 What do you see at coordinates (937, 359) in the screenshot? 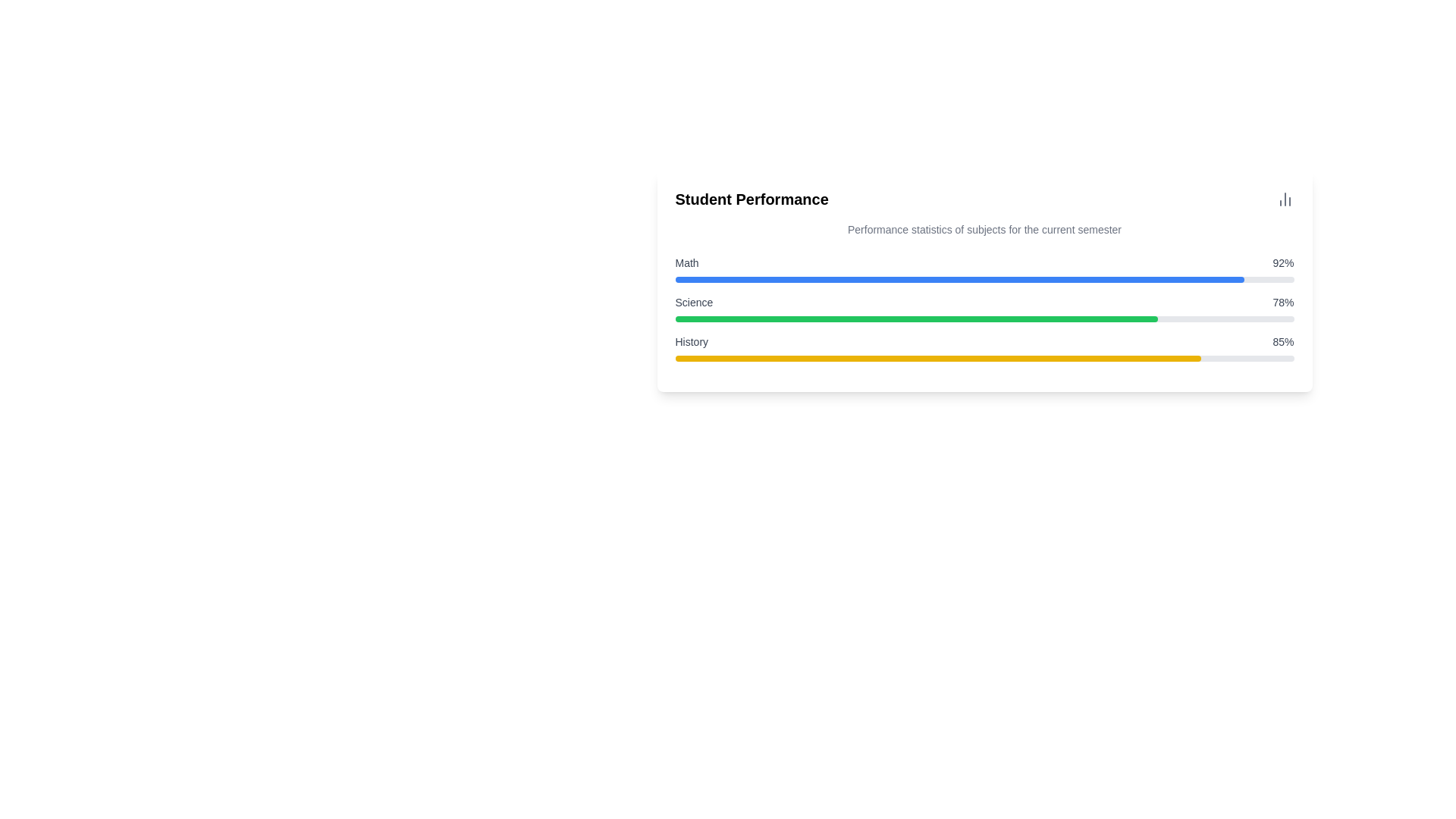
I see `the yellow horizontal progress bar indicating 85% progress for 'History', located at the bottom of the 'Student Performance' card` at bounding box center [937, 359].